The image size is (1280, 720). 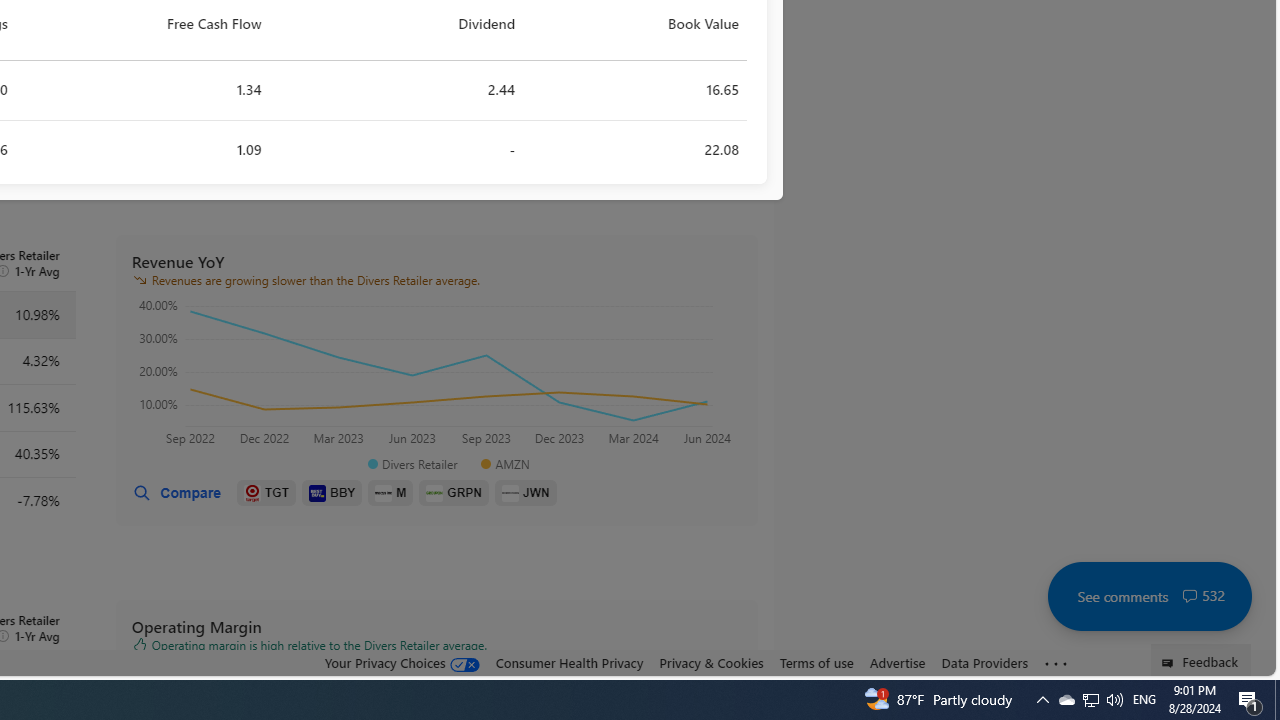 What do you see at coordinates (896, 663) in the screenshot?
I see `'Advertise'` at bounding box center [896, 663].